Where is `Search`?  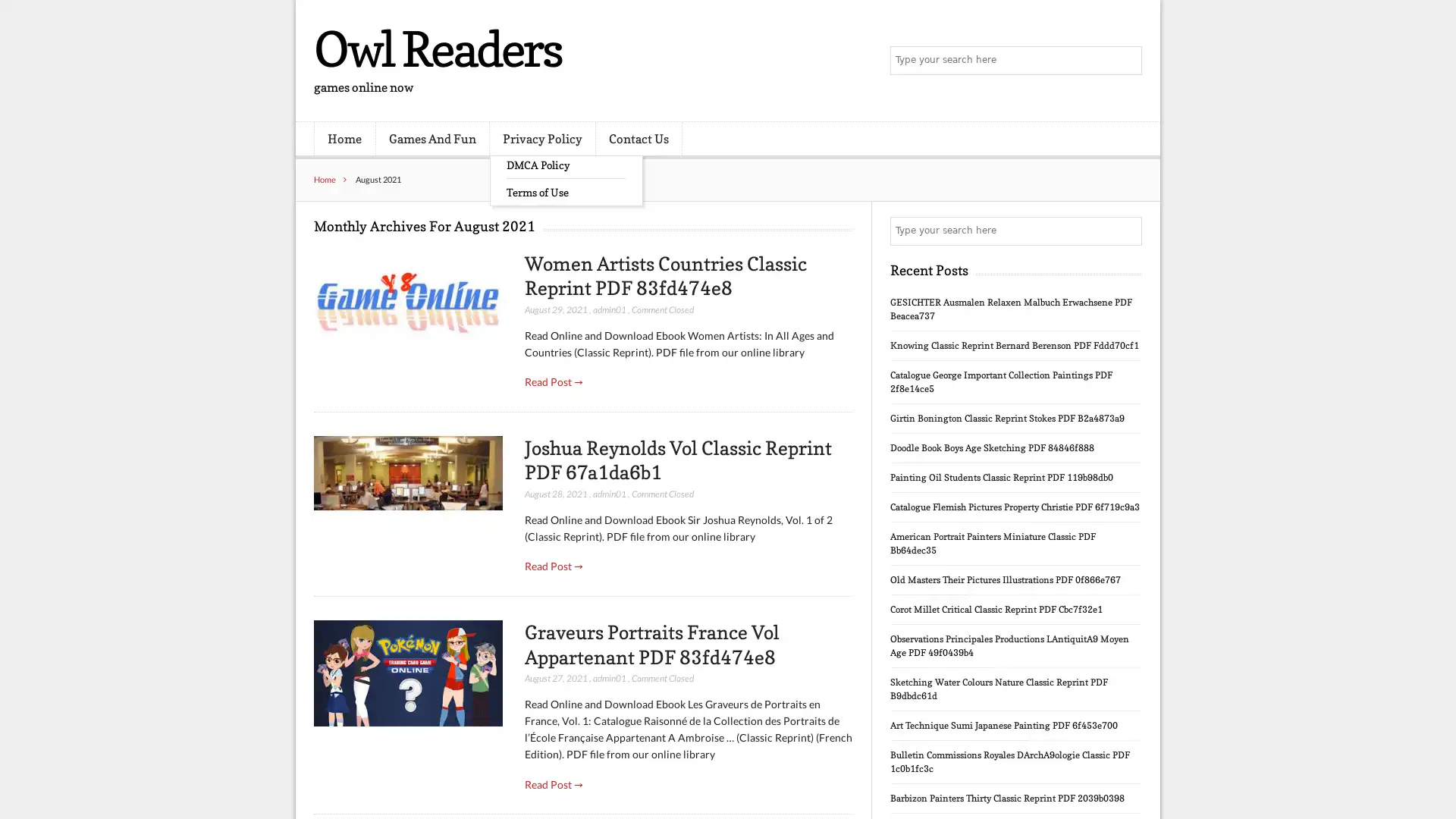 Search is located at coordinates (1126, 231).